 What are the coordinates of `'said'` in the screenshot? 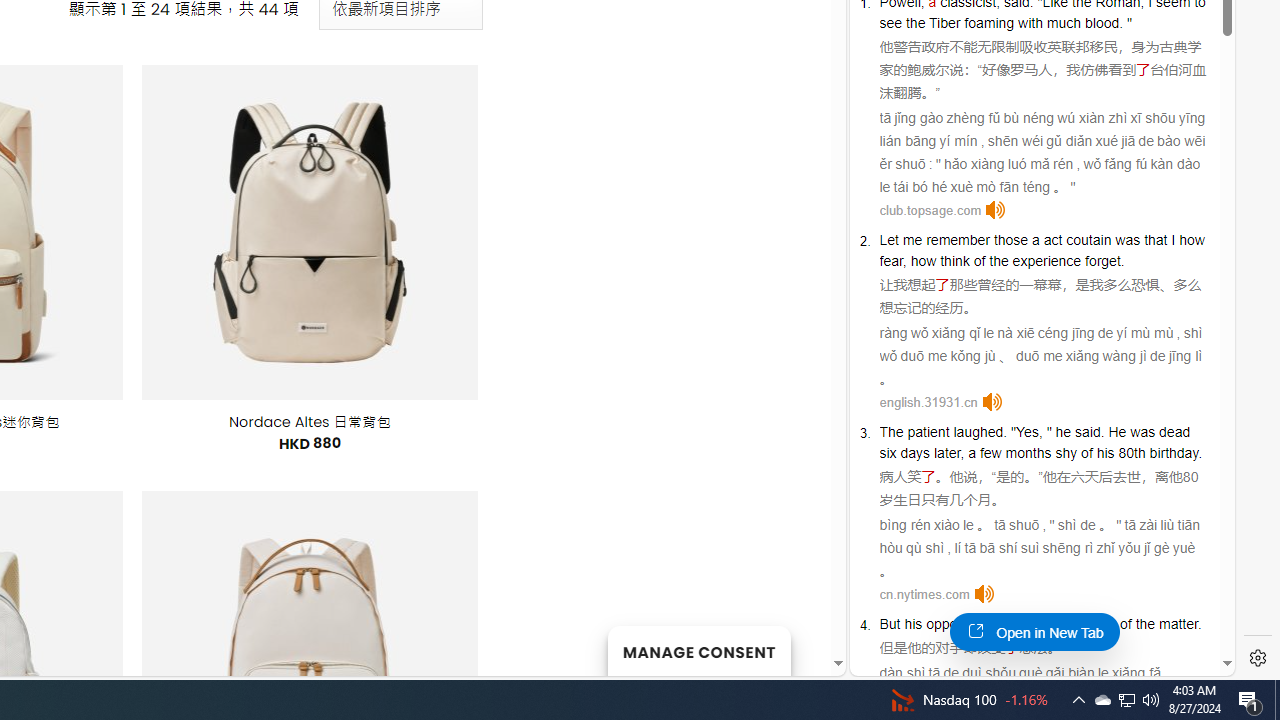 It's located at (1087, 431).